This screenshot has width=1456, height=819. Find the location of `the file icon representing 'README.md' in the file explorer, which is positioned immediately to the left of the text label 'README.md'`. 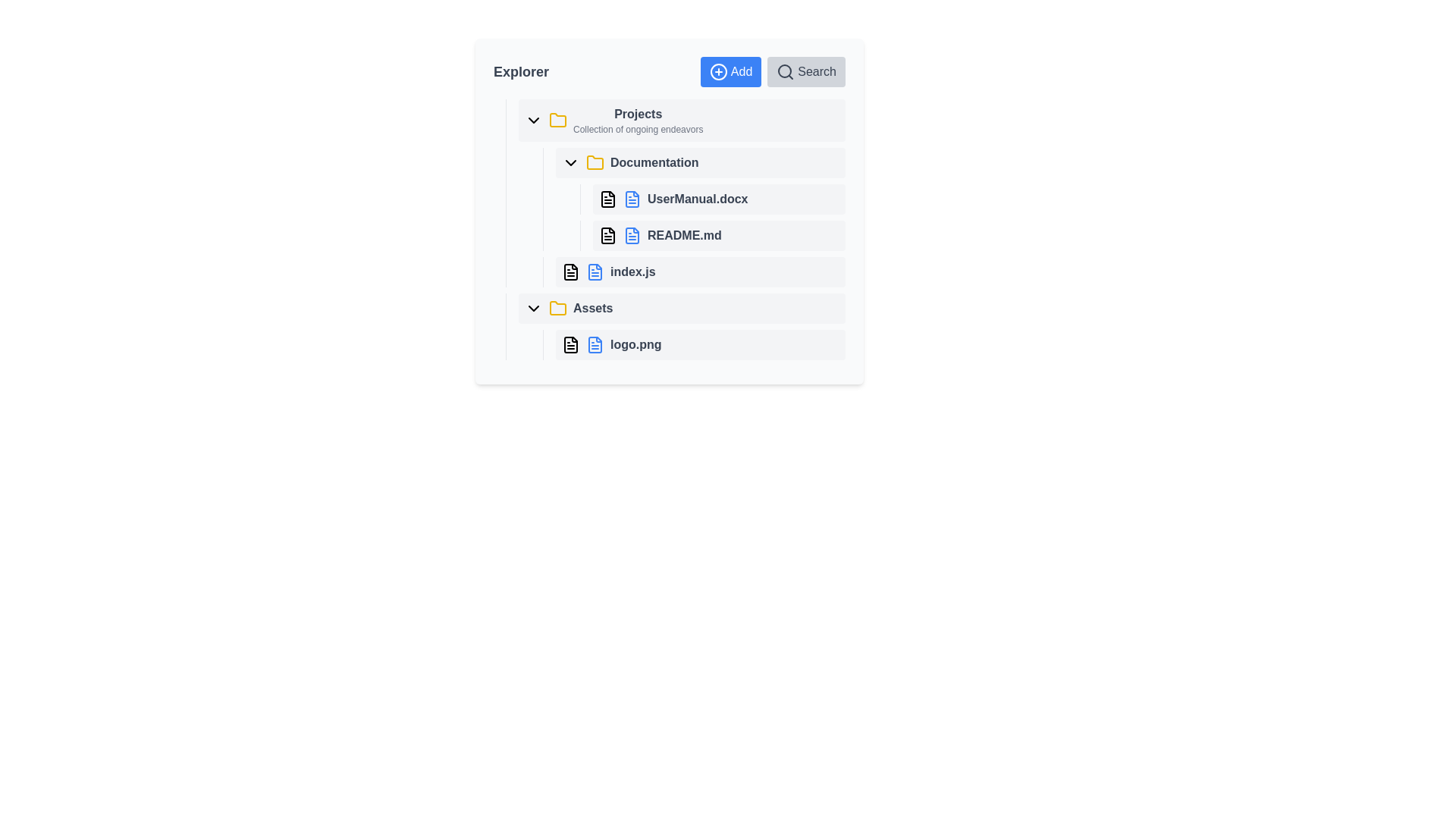

the file icon representing 'README.md' in the file explorer, which is positioned immediately to the left of the text label 'README.md' is located at coordinates (607, 236).